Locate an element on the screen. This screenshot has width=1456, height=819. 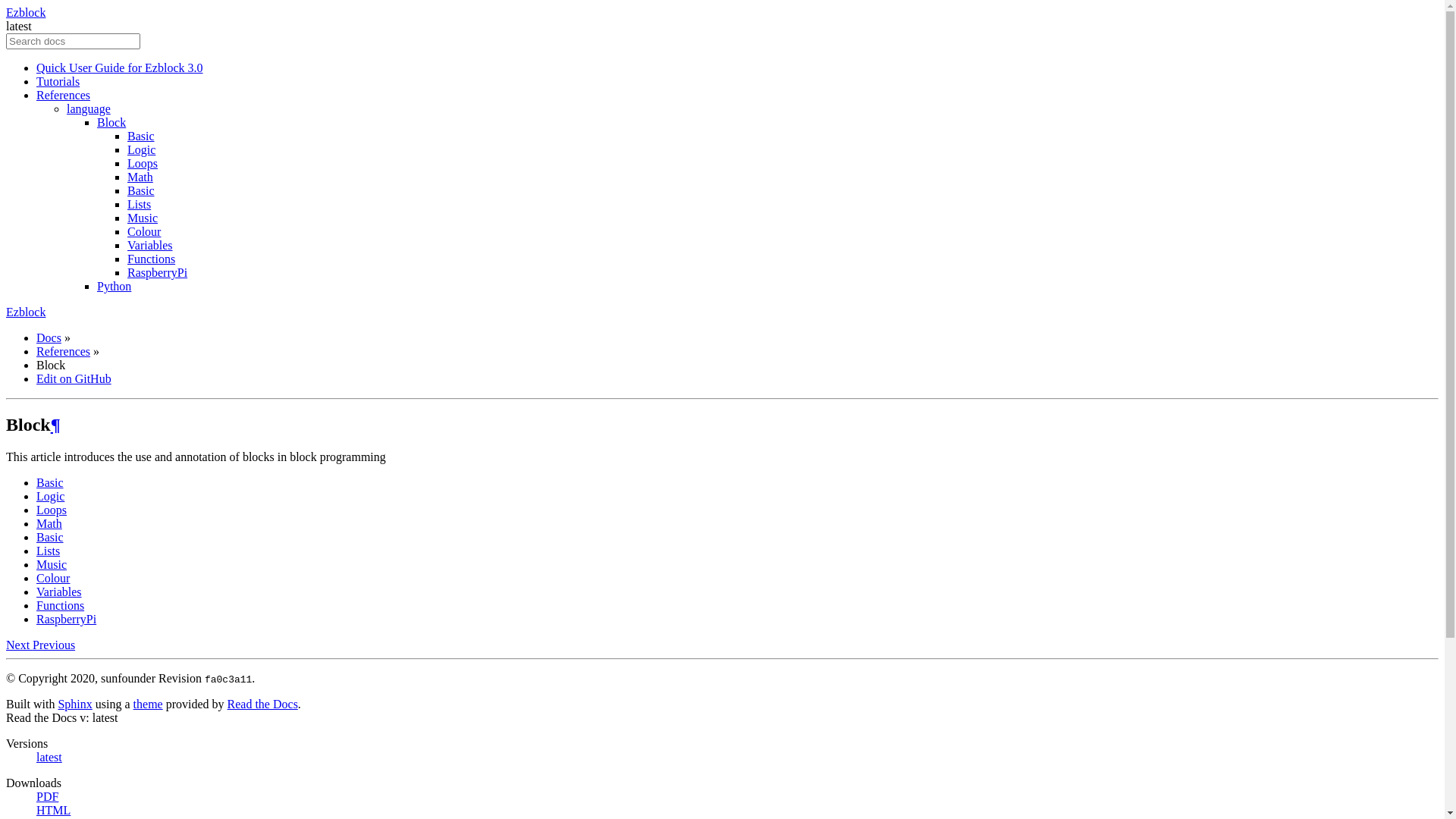
'Colour' is located at coordinates (53, 578).